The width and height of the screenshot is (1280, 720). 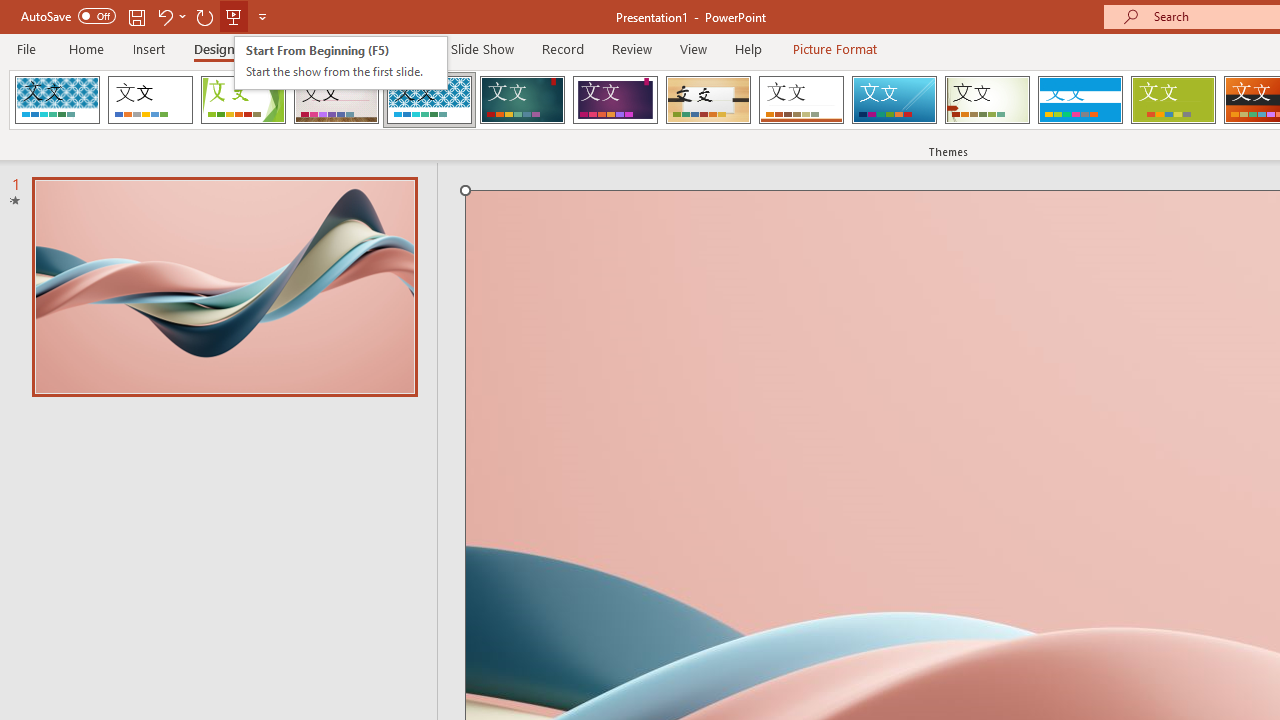 I want to click on 'Ion Boardroom', so click(x=614, y=100).